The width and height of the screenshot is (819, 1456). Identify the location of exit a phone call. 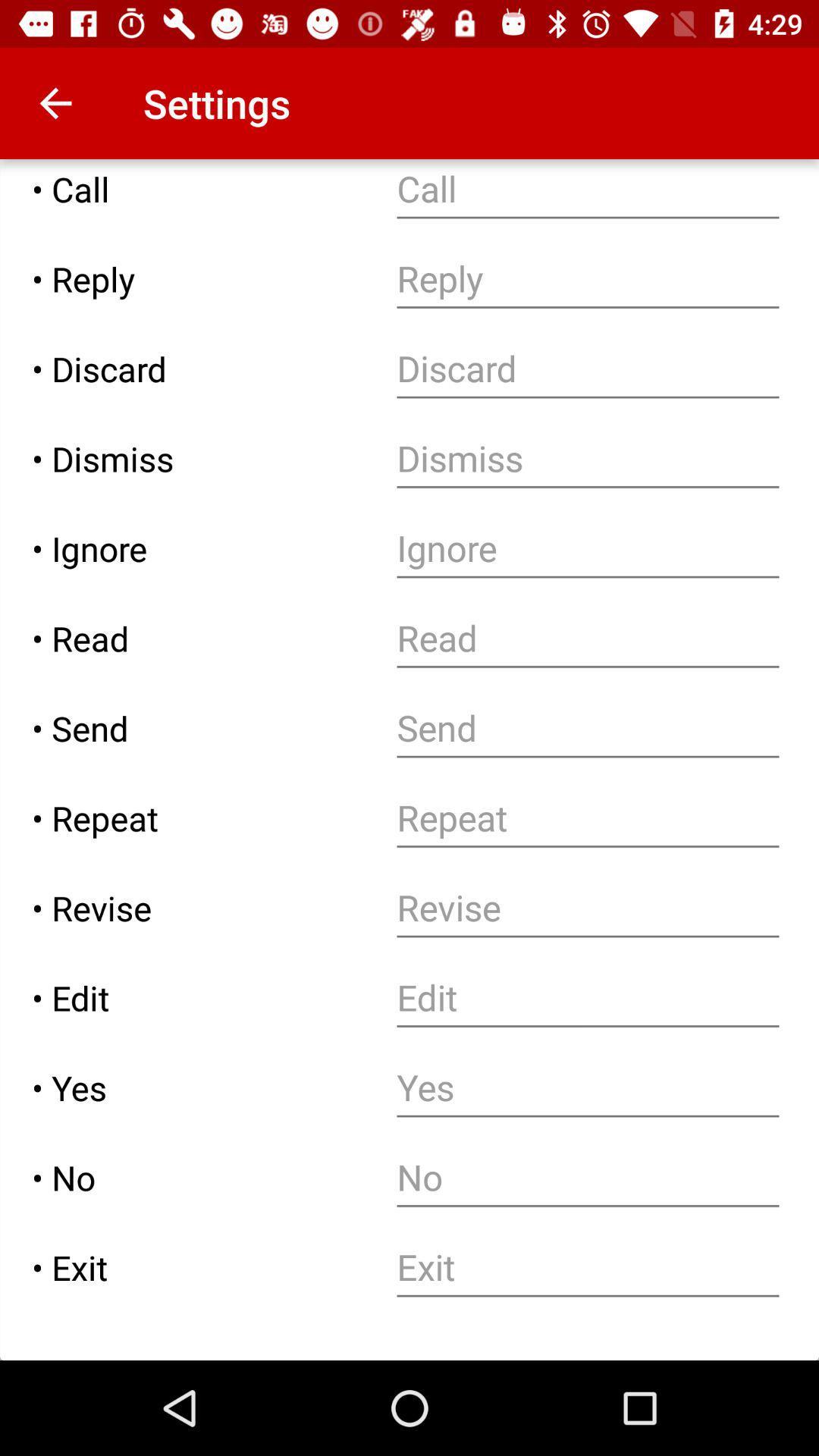
(587, 1267).